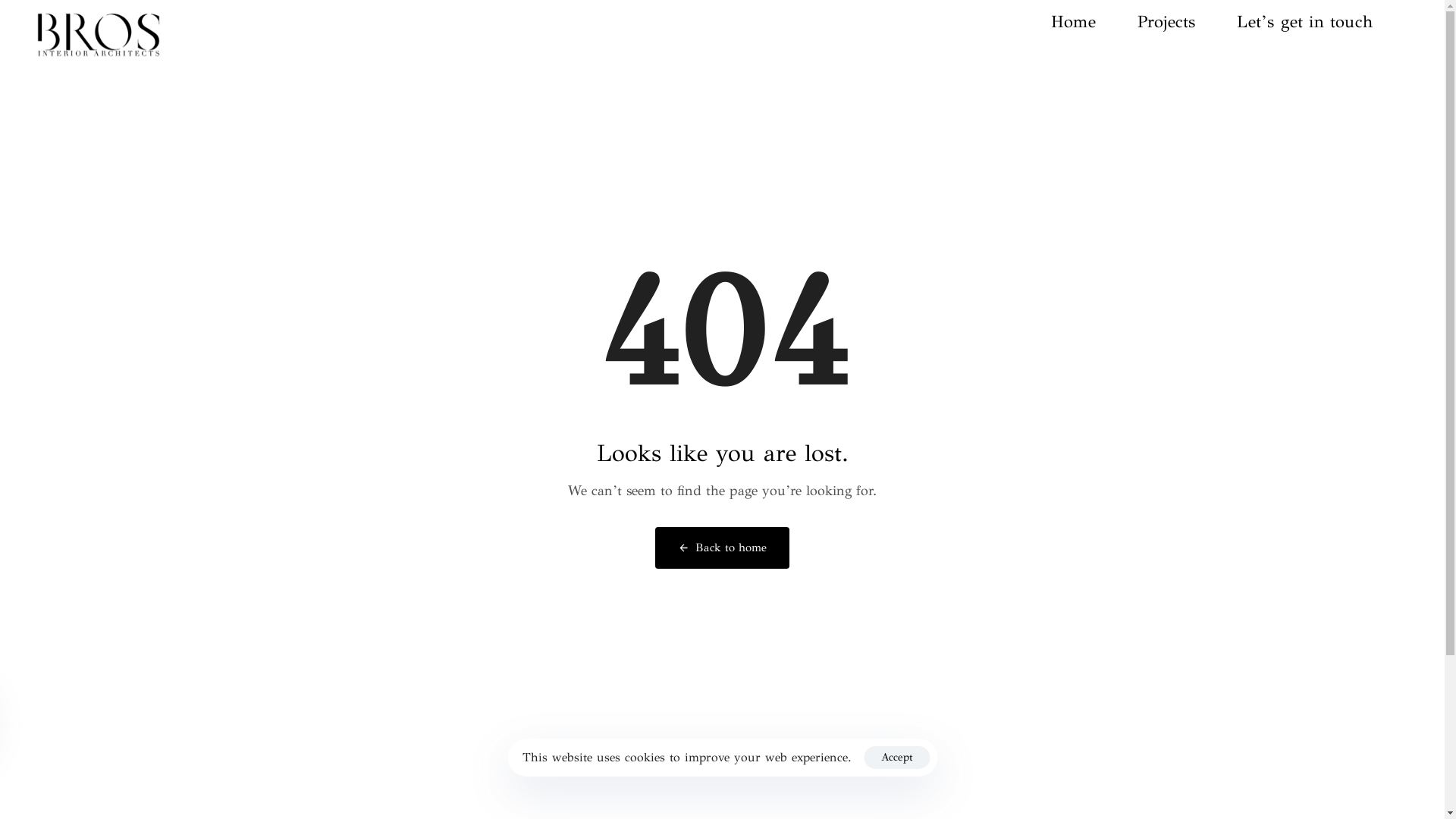 This screenshot has width=1456, height=819. What do you see at coordinates (721, 548) in the screenshot?
I see `'Back to home'` at bounding box center [721, 548].